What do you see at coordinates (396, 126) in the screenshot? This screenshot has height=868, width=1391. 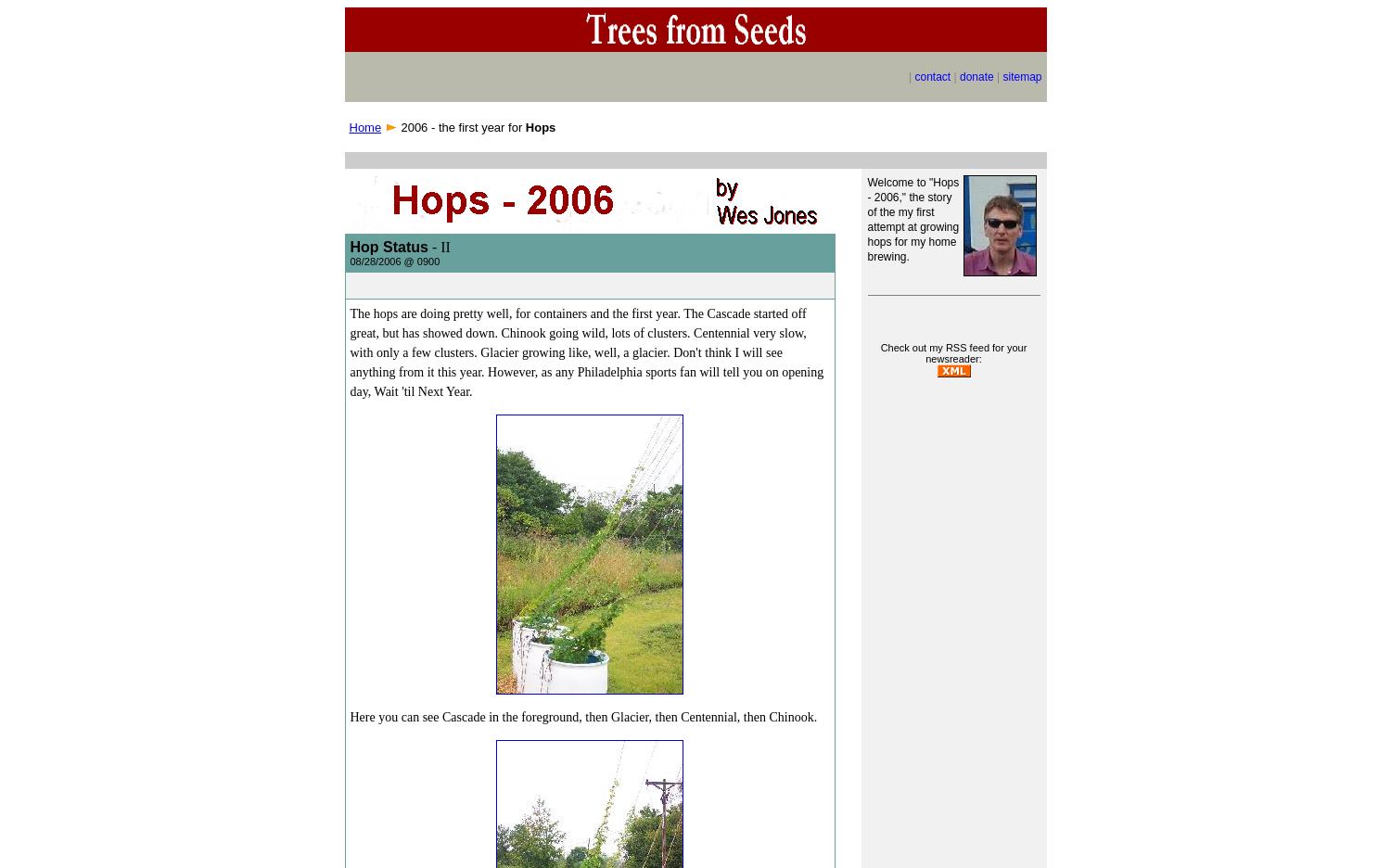 I see `'2006 
          - the first year for'` at bounding box center [396, 126].